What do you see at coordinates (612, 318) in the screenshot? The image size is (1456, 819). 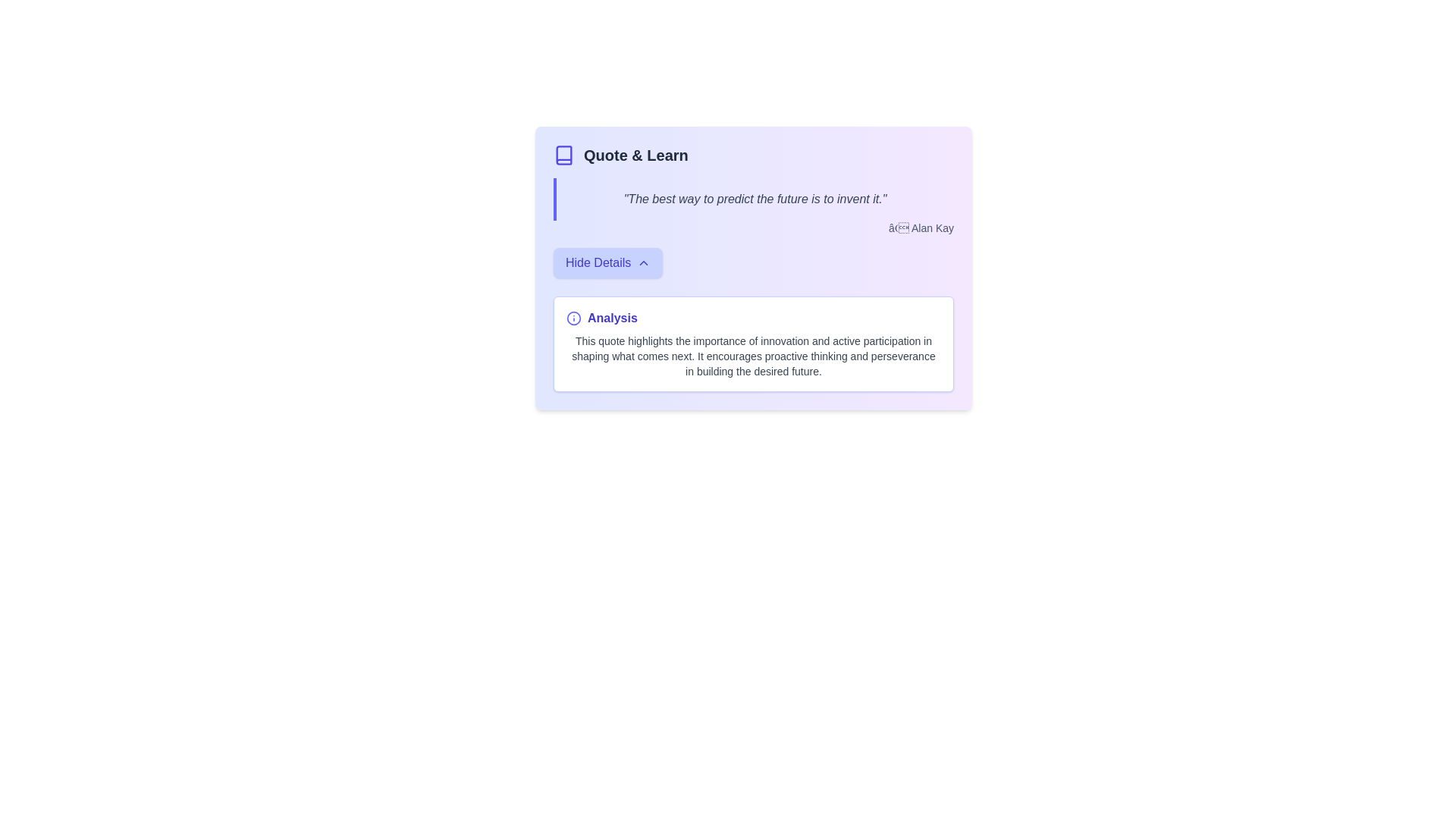 I see `the static label that serves as a title or descriptor, located beside an information icon in the lower-middle area of the card-like interface` at bounding box center [612, 318].